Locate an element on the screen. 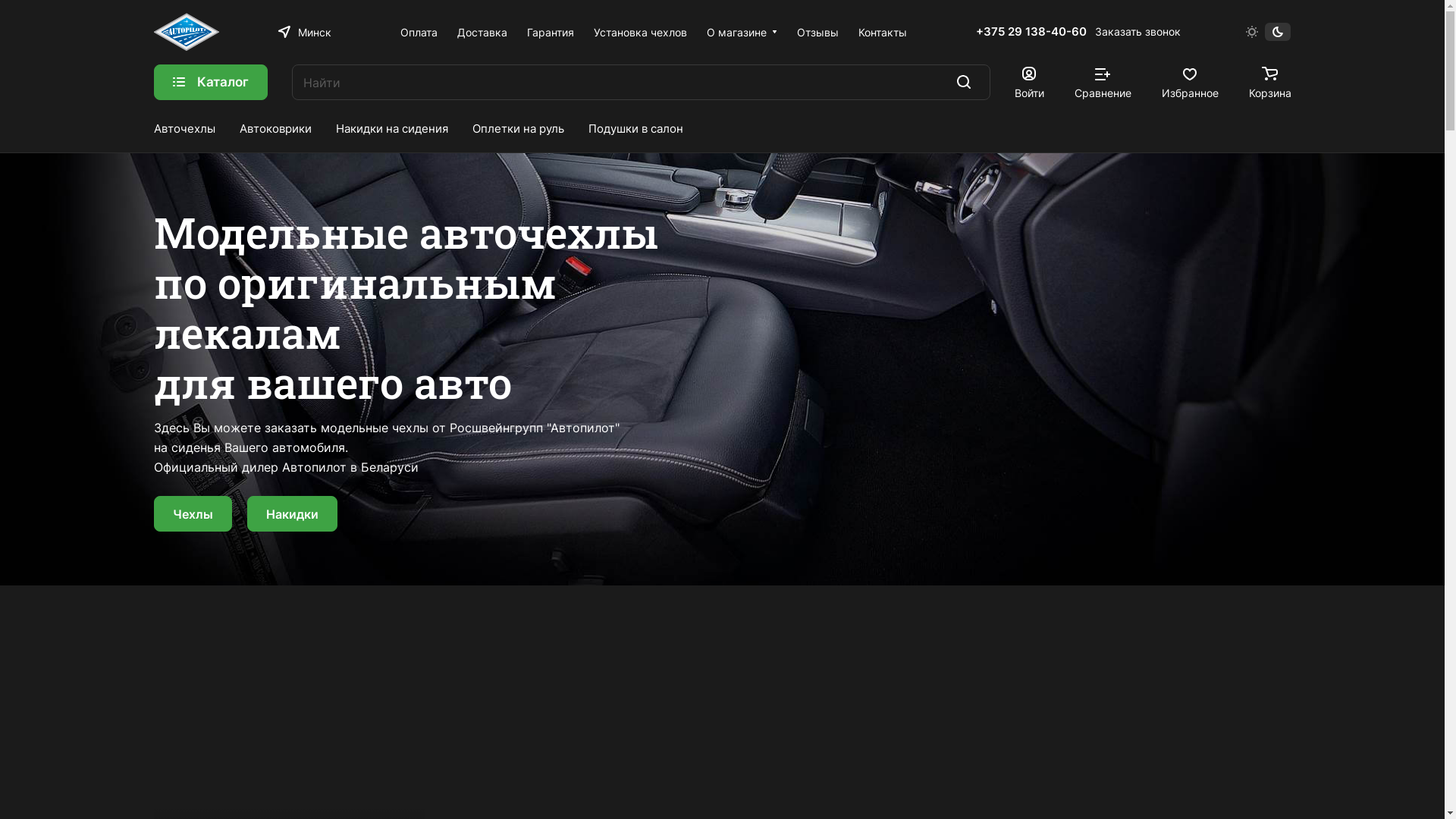 Image resolution: width=1456 pixels, height=819 pixels. '+375 29 138-40-60' is located at coordinates (1031, 32).